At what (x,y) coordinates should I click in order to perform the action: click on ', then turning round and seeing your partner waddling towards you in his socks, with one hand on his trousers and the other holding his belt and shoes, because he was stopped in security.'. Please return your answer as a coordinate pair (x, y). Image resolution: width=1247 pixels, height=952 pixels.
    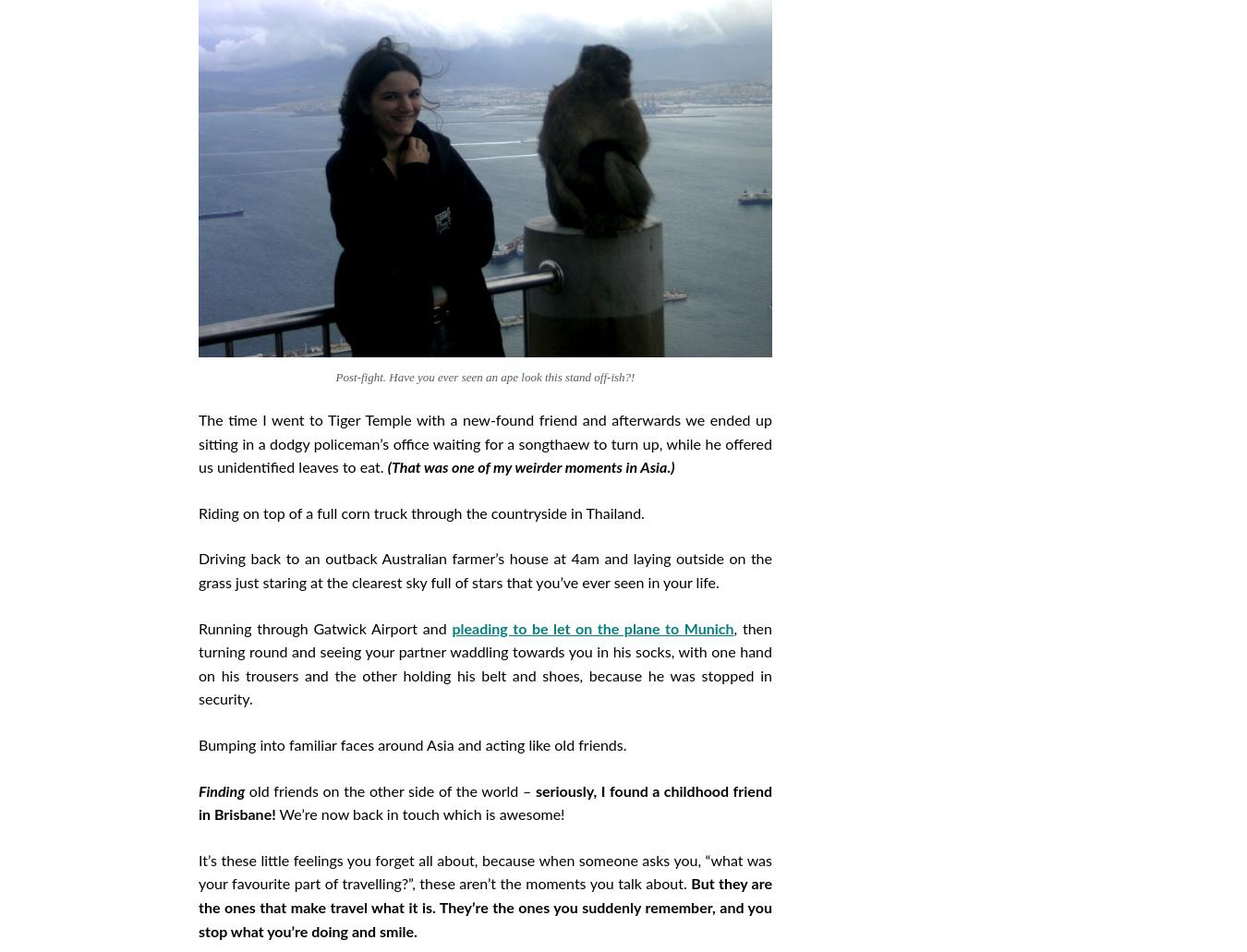
    Looking at the image, I should click on (484, 664).